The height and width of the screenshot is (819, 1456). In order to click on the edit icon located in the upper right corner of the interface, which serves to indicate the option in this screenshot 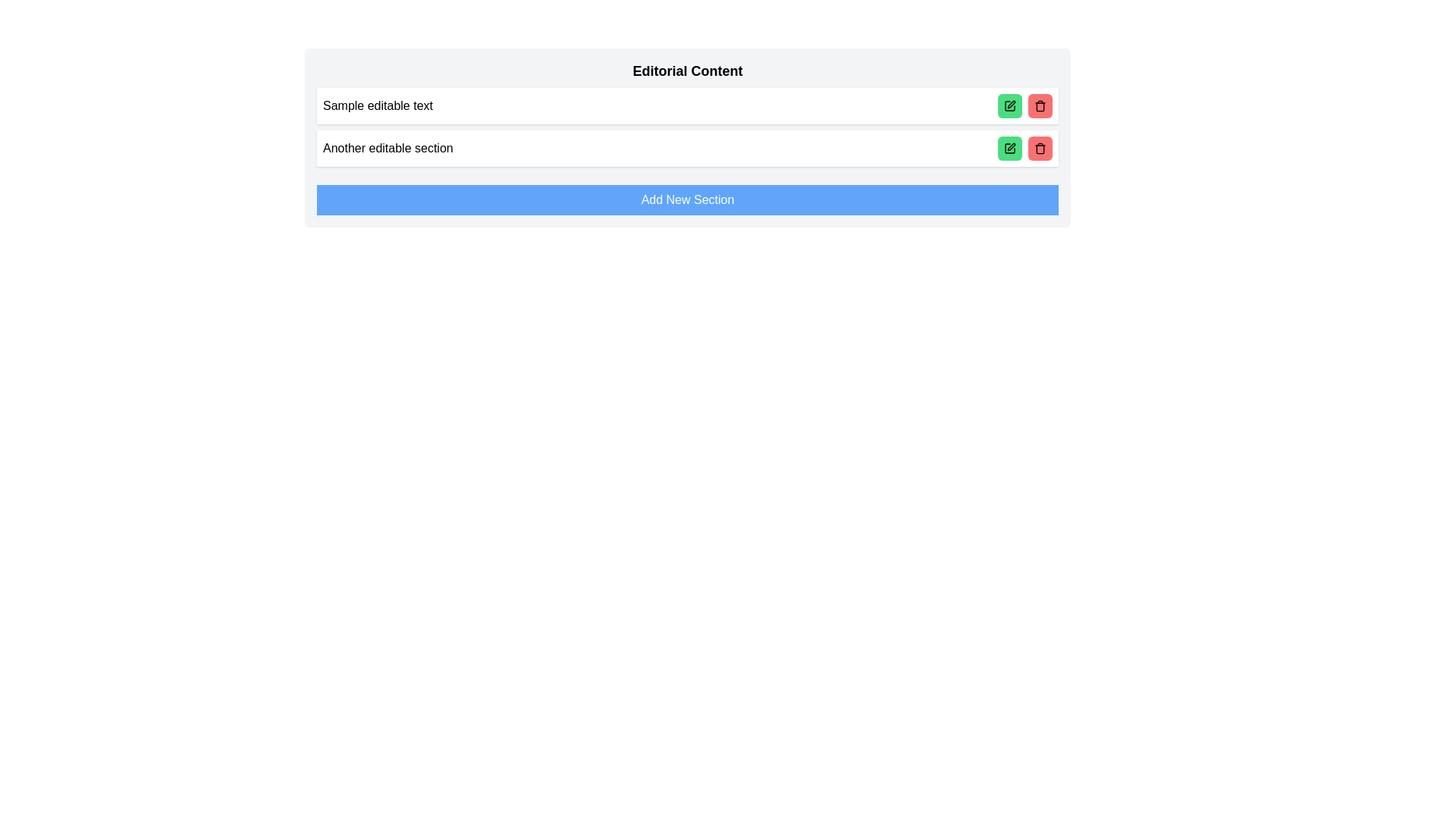, I will do `click(1012, 104)`.